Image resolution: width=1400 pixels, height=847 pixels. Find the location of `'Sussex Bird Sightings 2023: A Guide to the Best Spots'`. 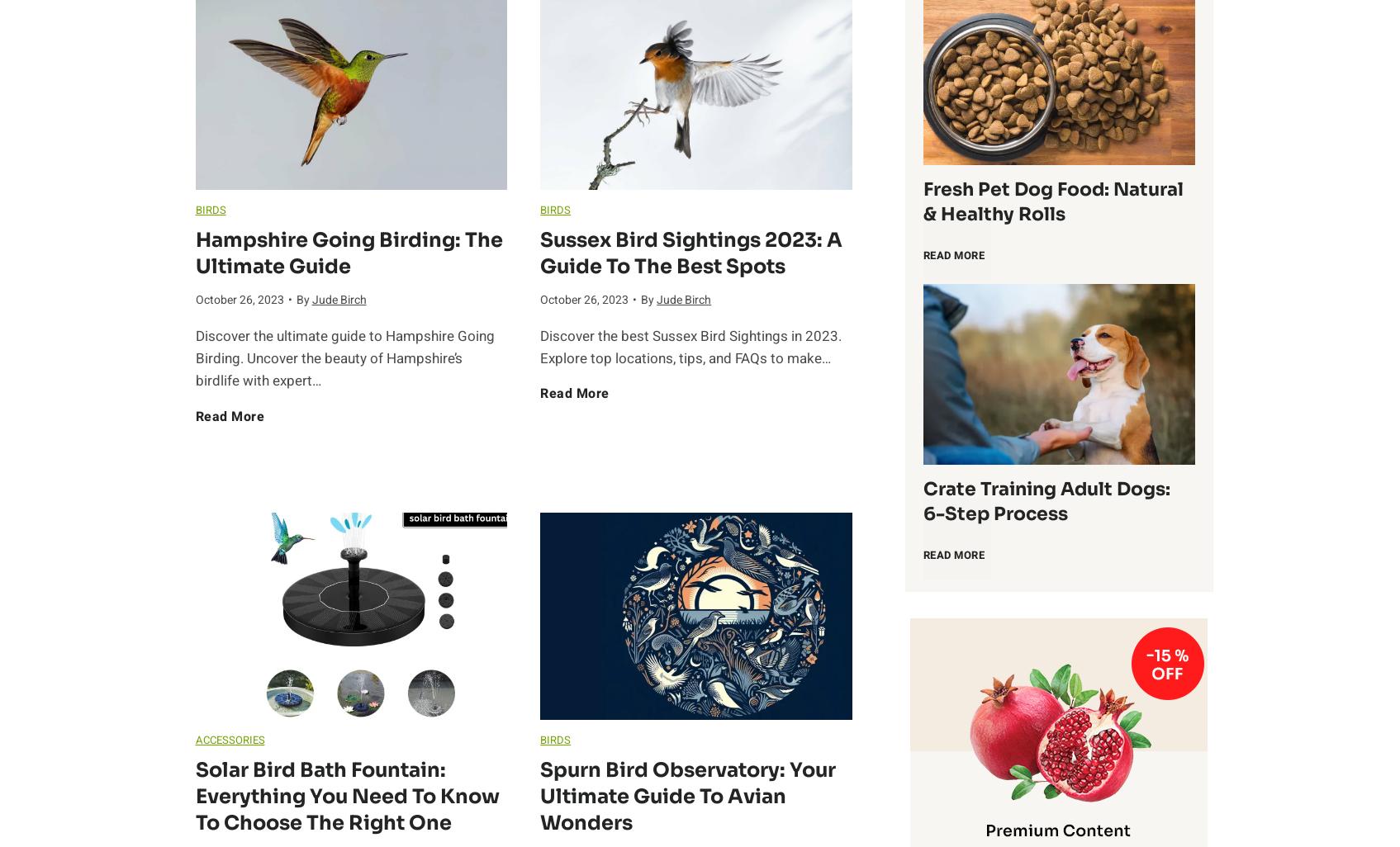

'Sussex Bird Sightings 2023: A Guide to the Best Spots' is located at coordinates (691, 251).